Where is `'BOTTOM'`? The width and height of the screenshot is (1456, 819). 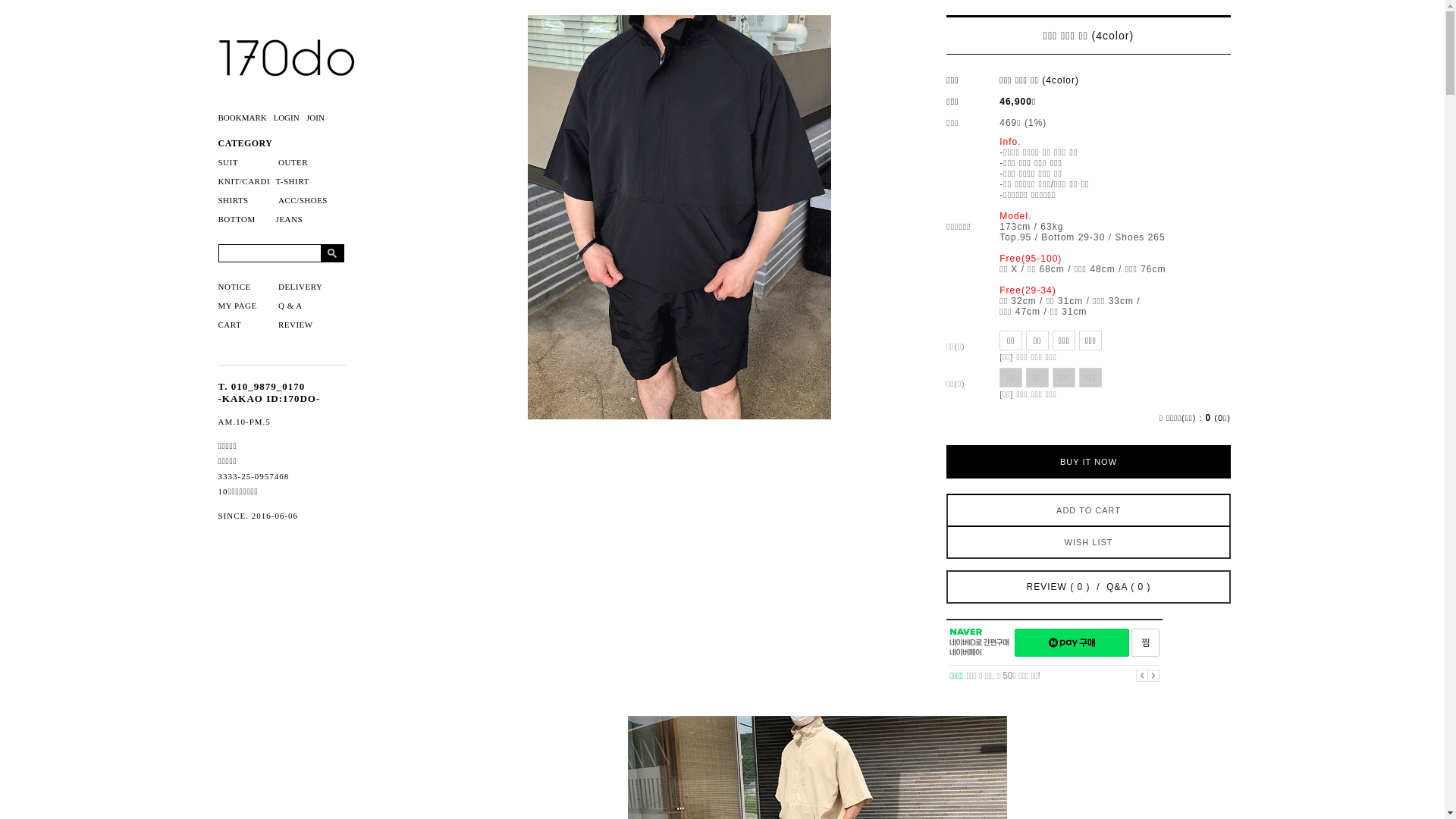 'BOTTOM' is located at coordinates (236, 219).